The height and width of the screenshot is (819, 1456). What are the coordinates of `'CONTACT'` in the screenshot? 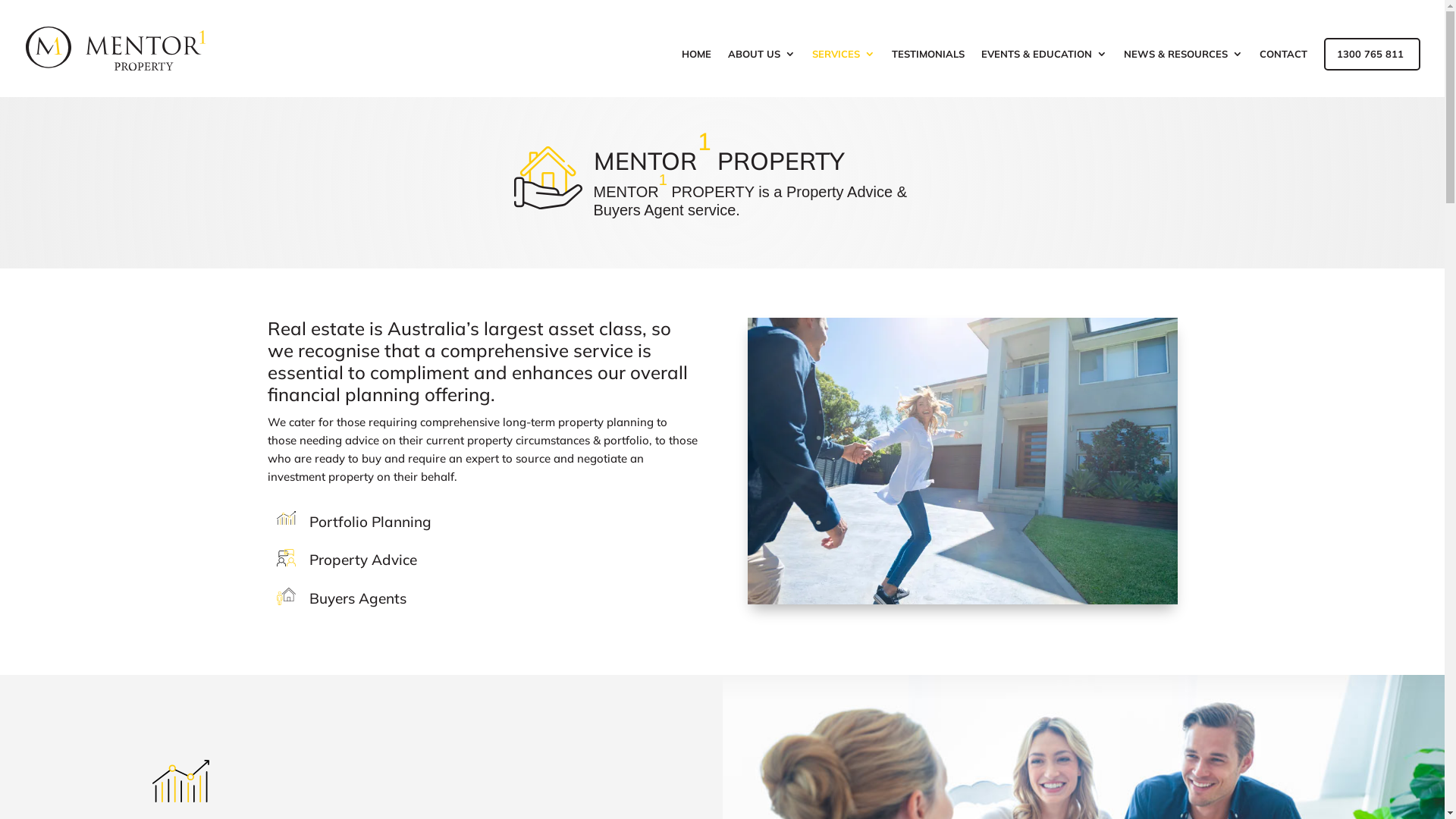 It's located at (1282, 73).